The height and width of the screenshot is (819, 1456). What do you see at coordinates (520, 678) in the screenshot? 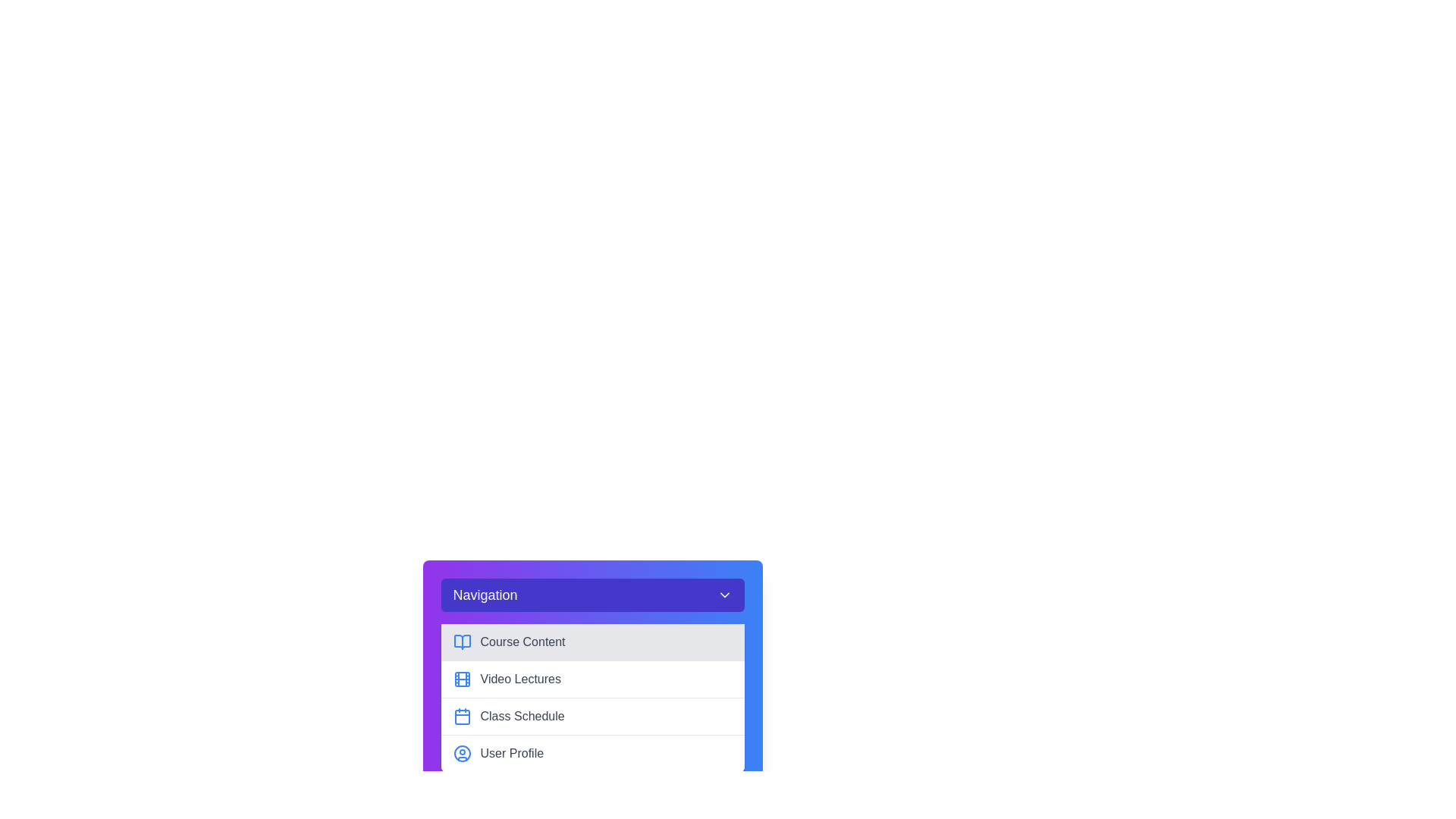
I see `the 'Video Lectures' navigation link in the vertical menu` at bounding box center [520, 678].